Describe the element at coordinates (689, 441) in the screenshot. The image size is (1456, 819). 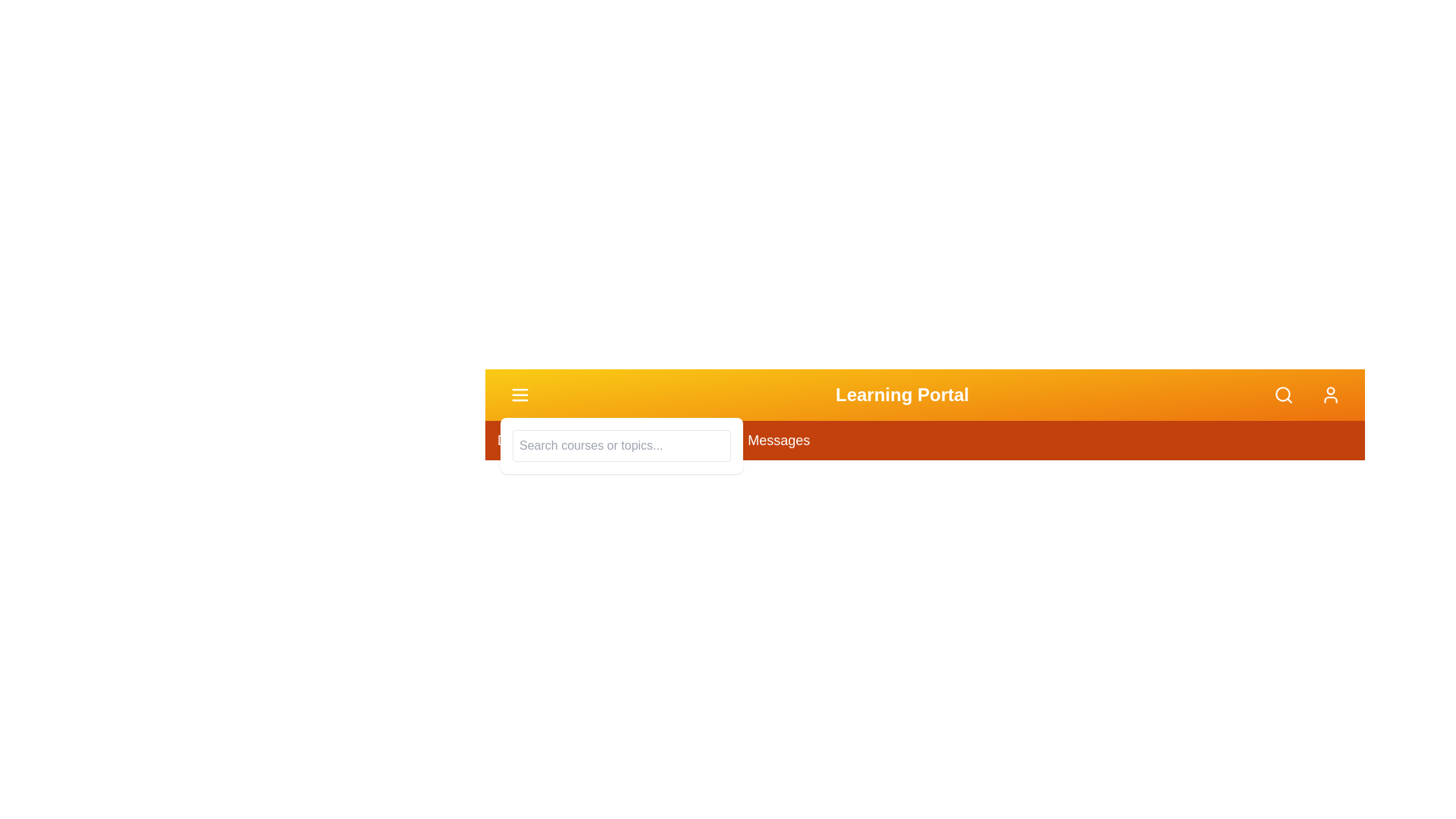
I see `the menu item Assignments to navigate to the corresponding section` at that location.